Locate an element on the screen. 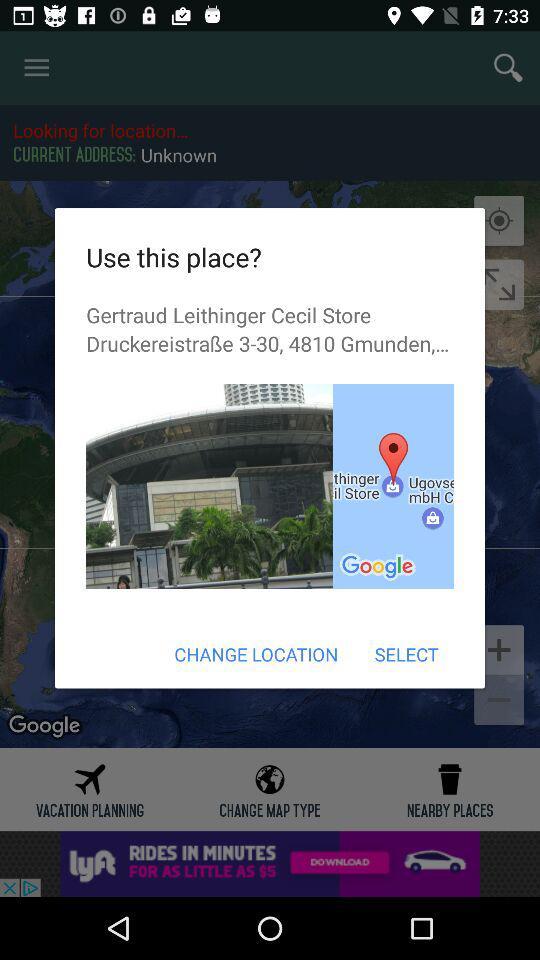  the icon to the left of select icon is located at coordinates (256, 653).